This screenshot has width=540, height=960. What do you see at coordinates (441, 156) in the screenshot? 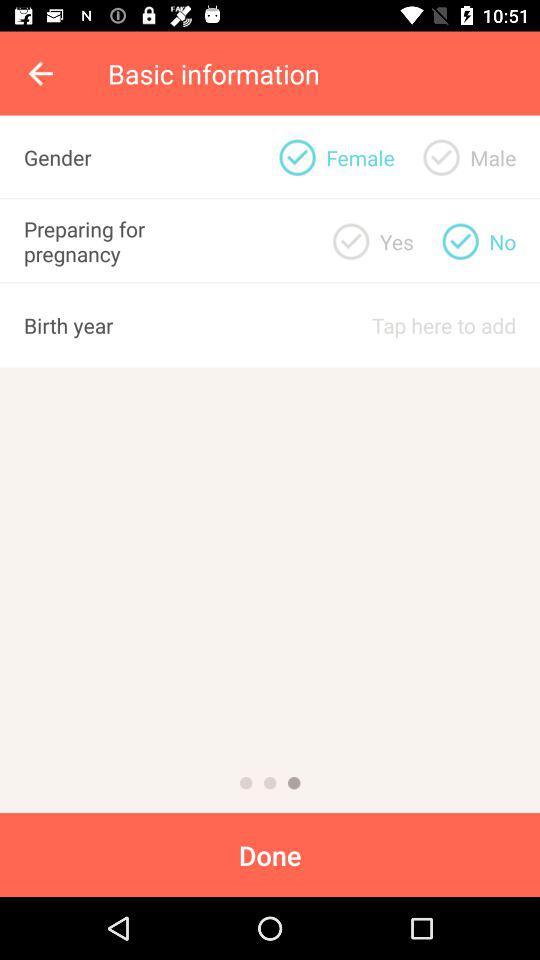
I see `gender` at bounding box center [441, 156].